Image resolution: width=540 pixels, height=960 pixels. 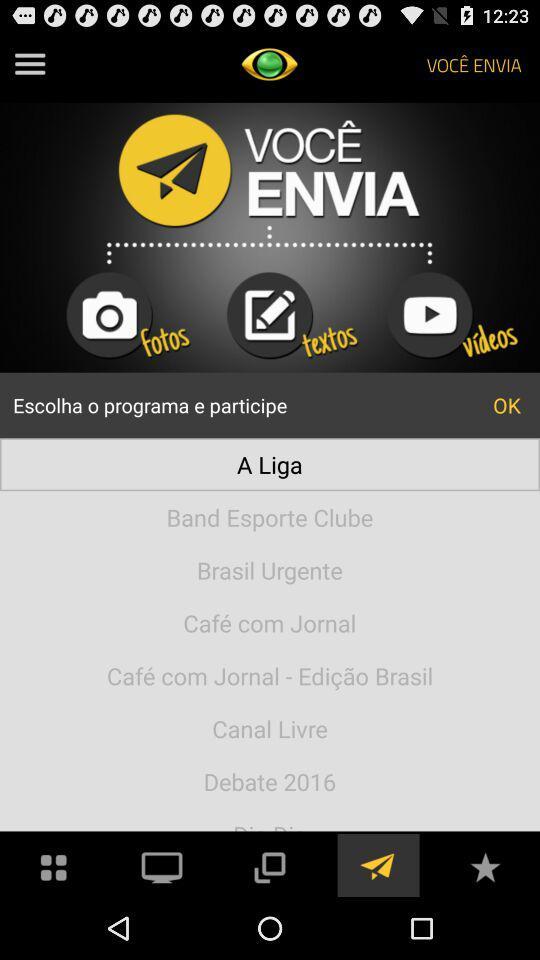 I want to click on open in new screen, so click(x=269, y=864).